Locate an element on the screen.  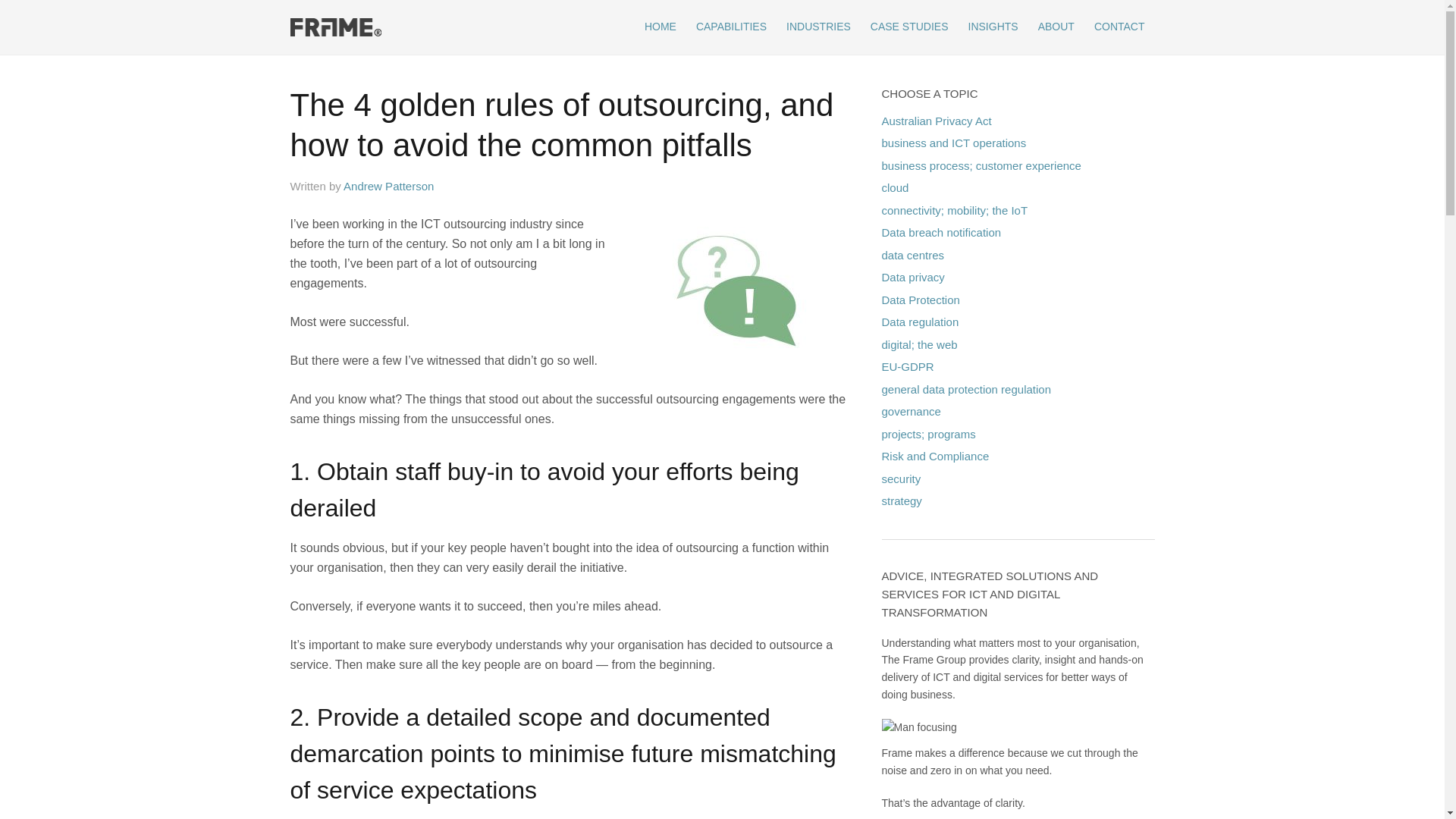
'CAPABILITIES' is located at coordinates (731, 26).